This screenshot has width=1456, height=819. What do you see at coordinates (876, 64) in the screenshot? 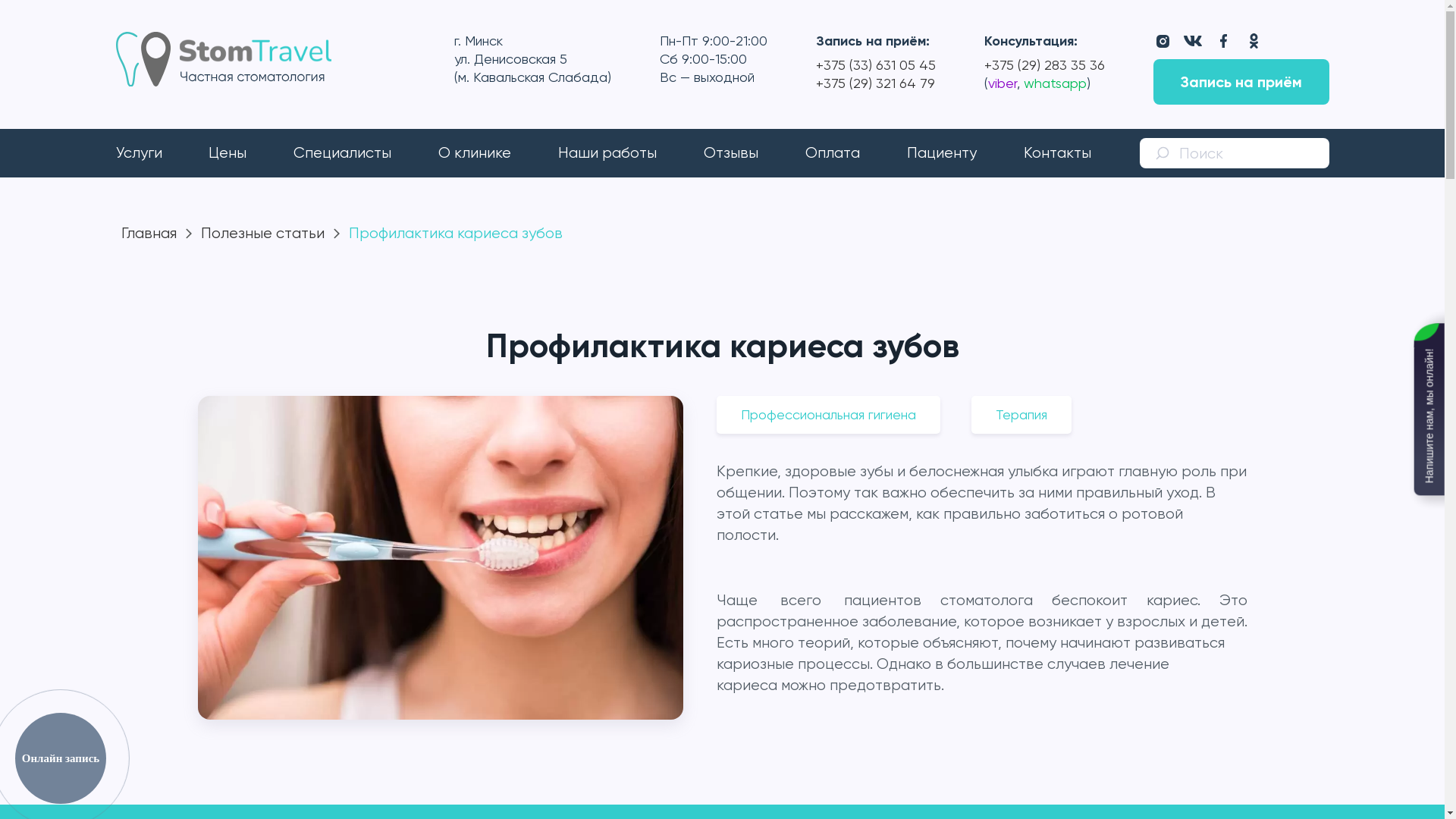
I see `'+375 (33) 631 05 45'` at bounding box center [876, 64].